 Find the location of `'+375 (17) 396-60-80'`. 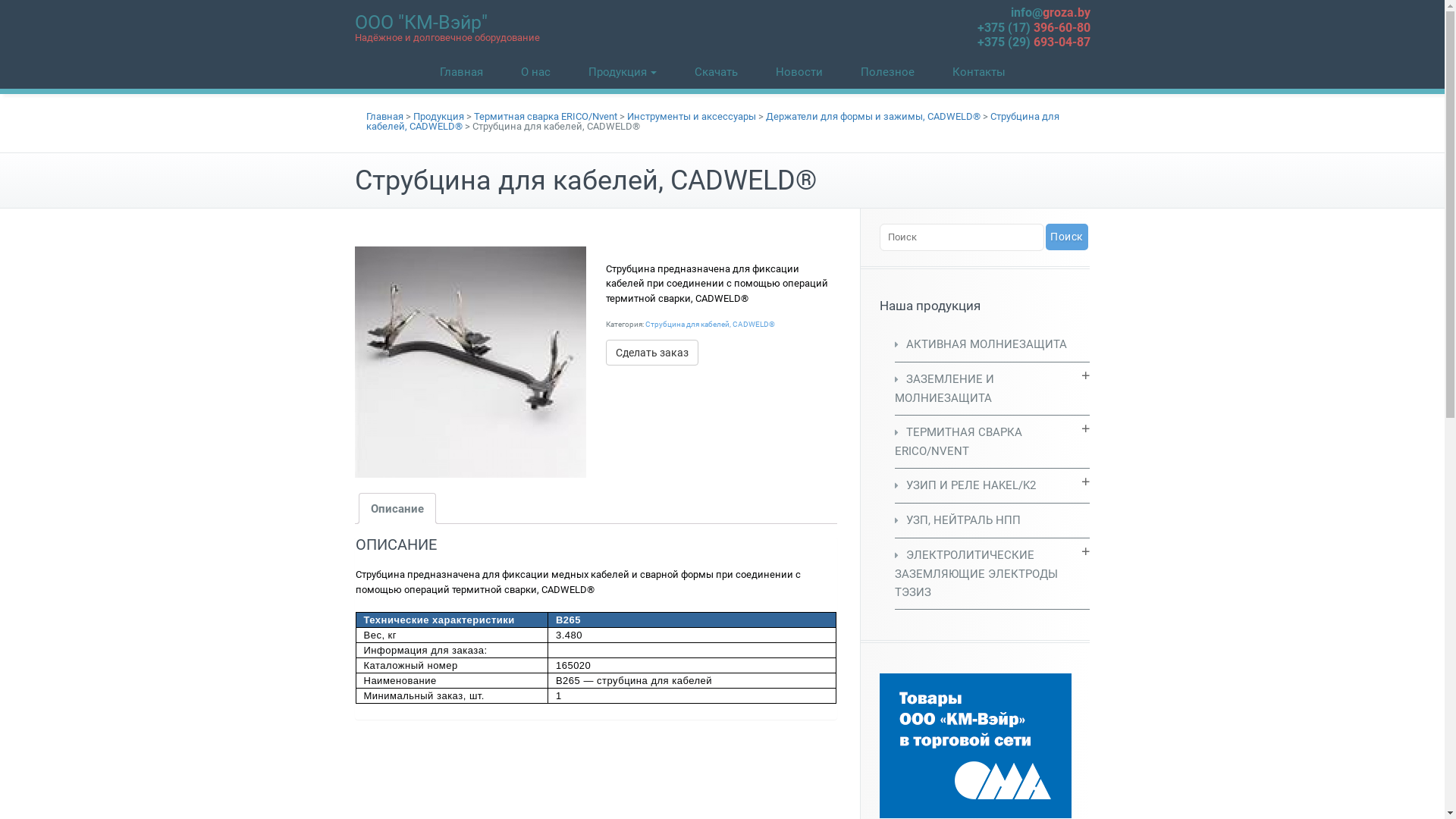

'+375 (17) 396-60-80' is located at coordinates (976, 27).